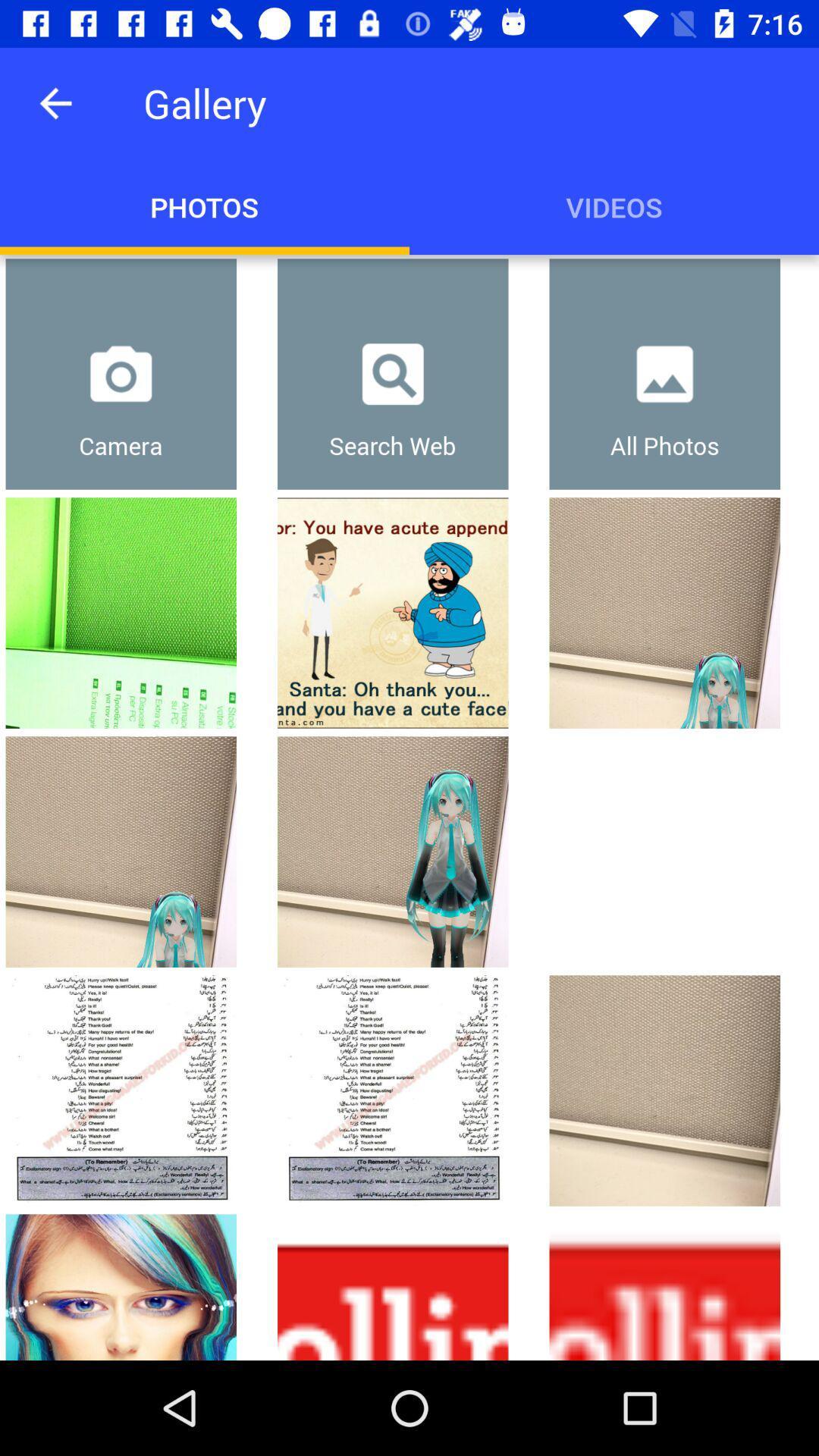 This screenshot has width=819, height=1456. What do you see at coordinates (664, 374) in the screenshot?
I see `right of search web` at bounding box center [664, 374].